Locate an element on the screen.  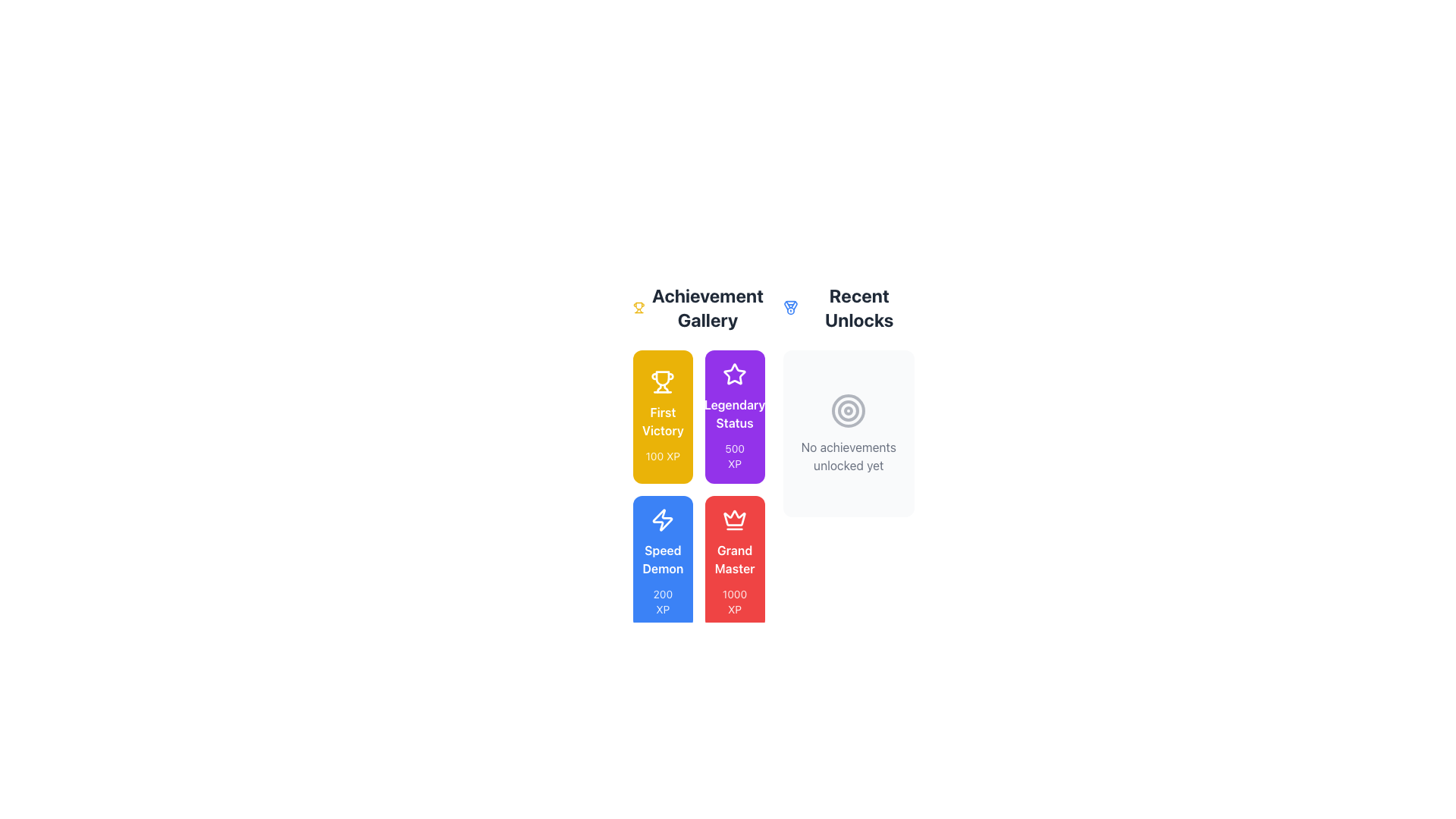
'Achievement Gallery' heading, which is styled in bold, dark gray text and accompanied by a yellow trophy icon, to understand the section's purpose is located at coordinates (698, 307).